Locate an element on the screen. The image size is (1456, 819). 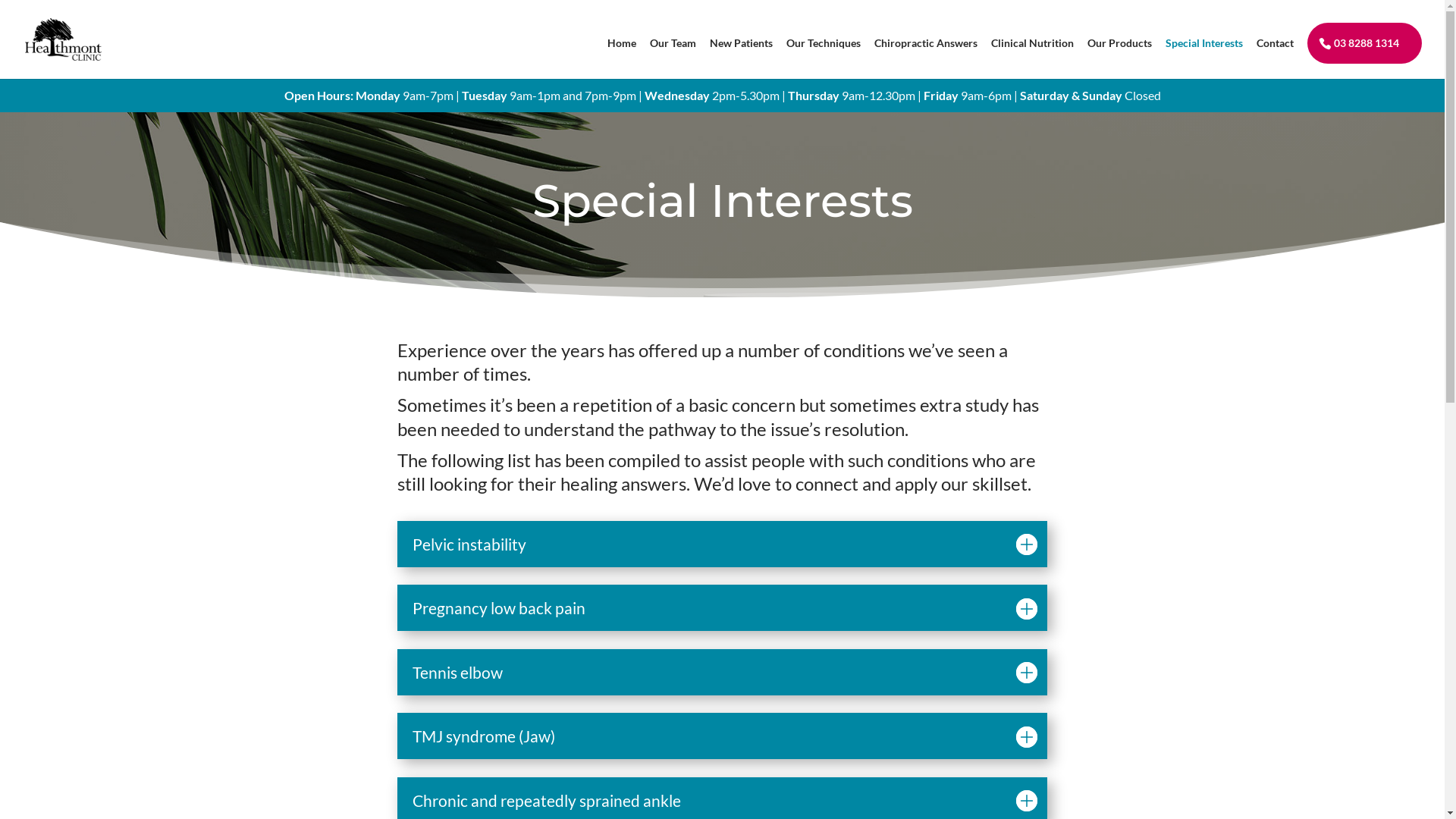
'03 8288 1314' is located at coordinates (1358, 42).